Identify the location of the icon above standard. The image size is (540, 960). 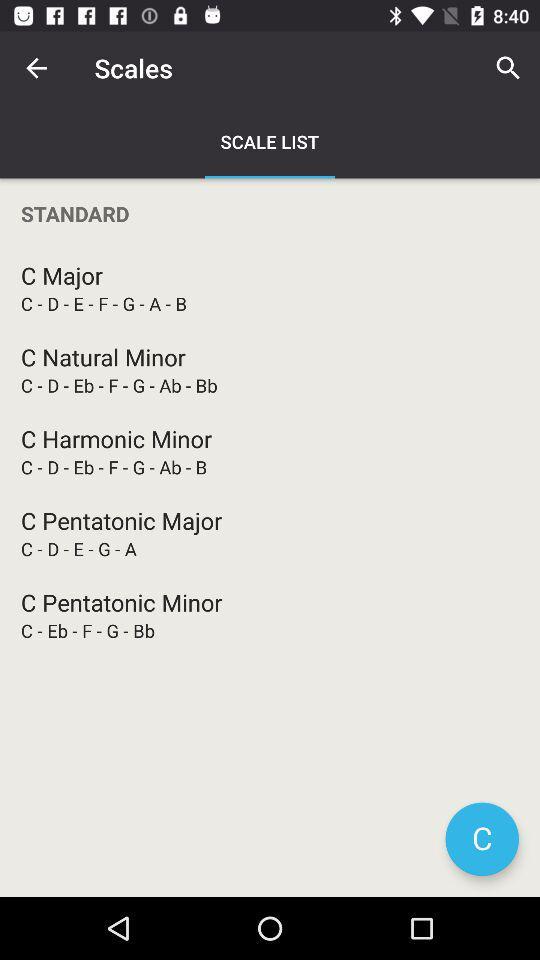
(36, 68).